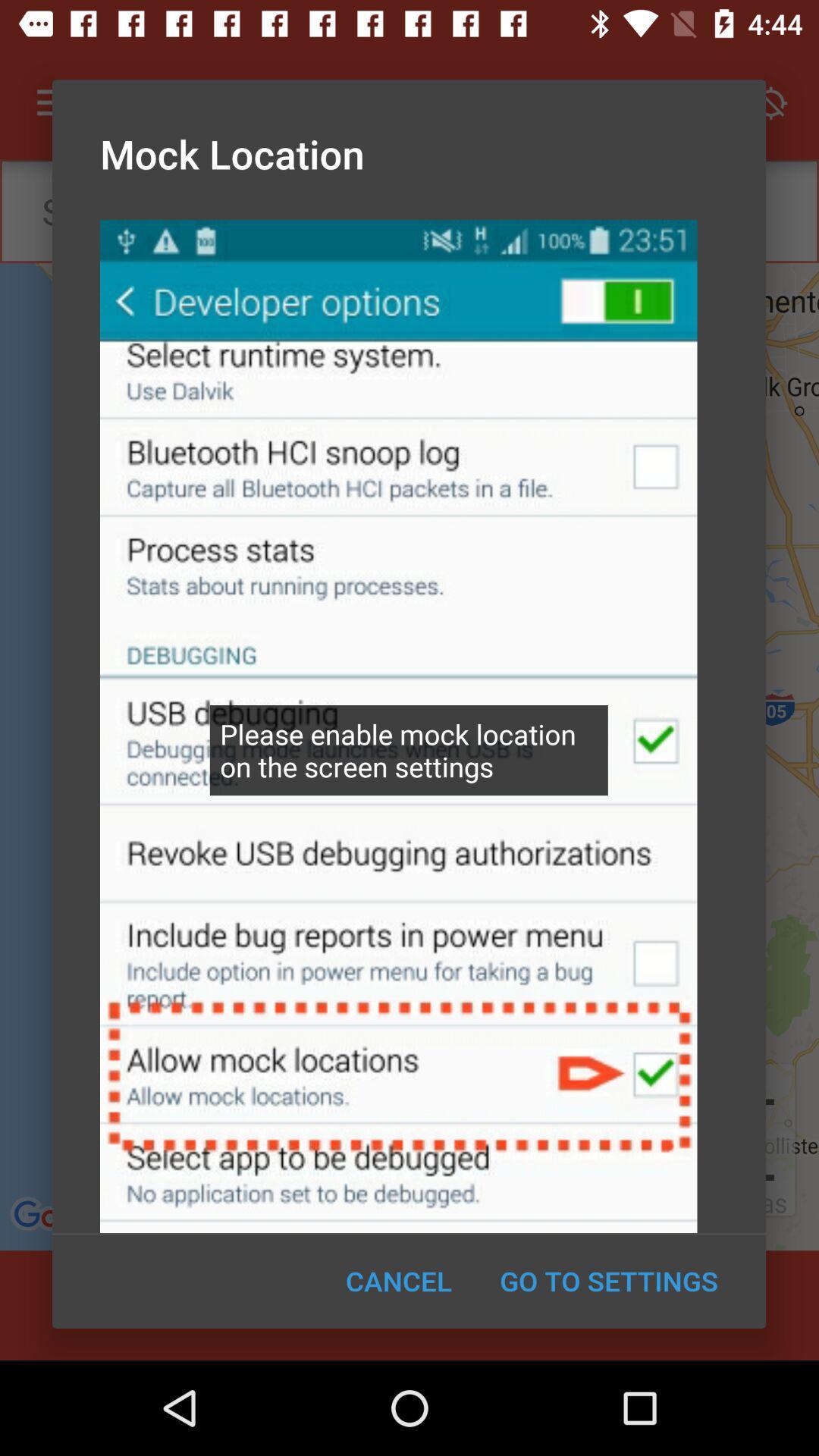 This screenshot has width=819, height=1456. What do you see at coordinates (608, 1280) in the screenshot?
I see `the go to settings item` at bounding box center [608, 1280].